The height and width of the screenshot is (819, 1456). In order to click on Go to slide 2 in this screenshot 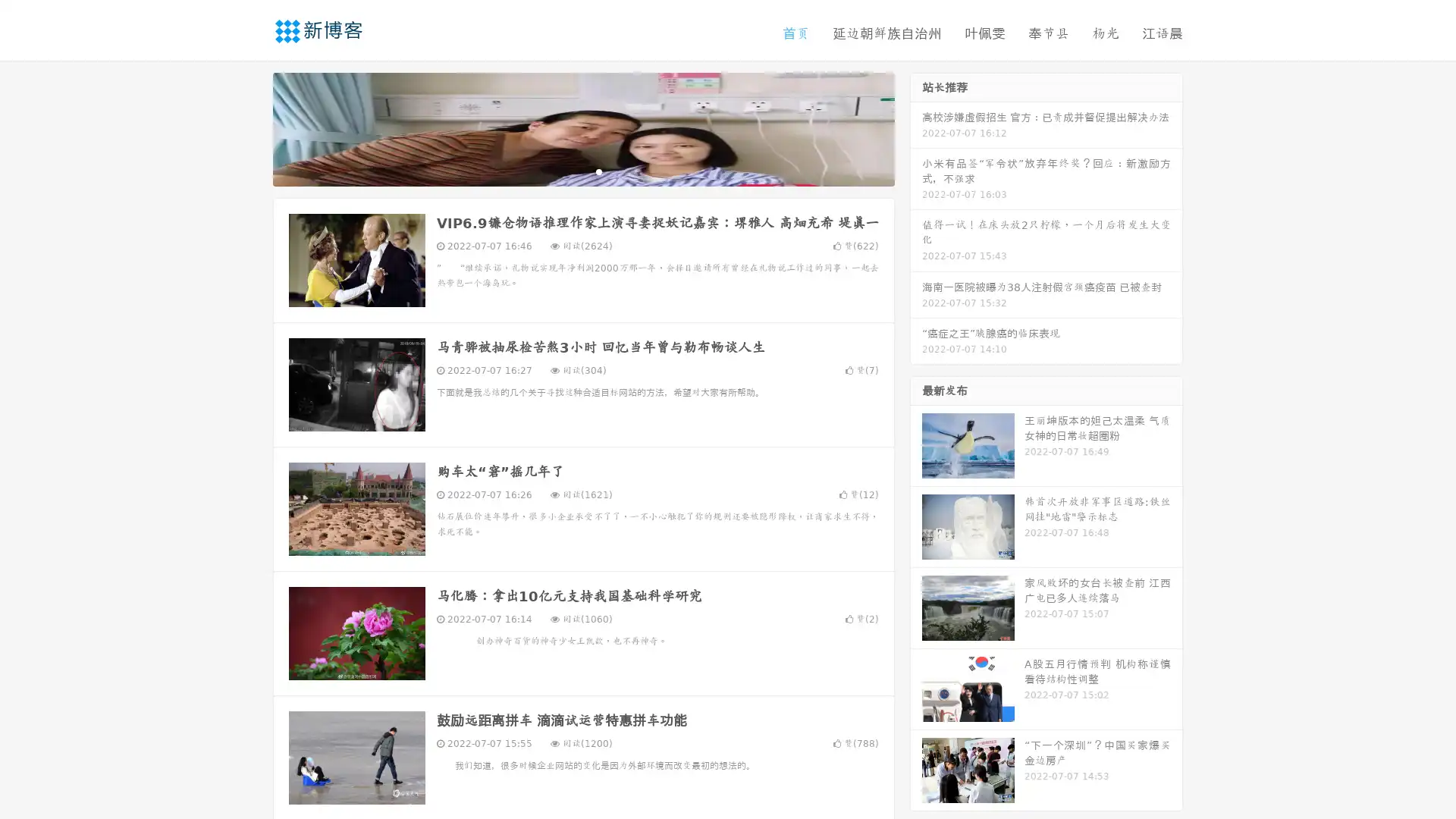, I will do `click(582, 171)`.